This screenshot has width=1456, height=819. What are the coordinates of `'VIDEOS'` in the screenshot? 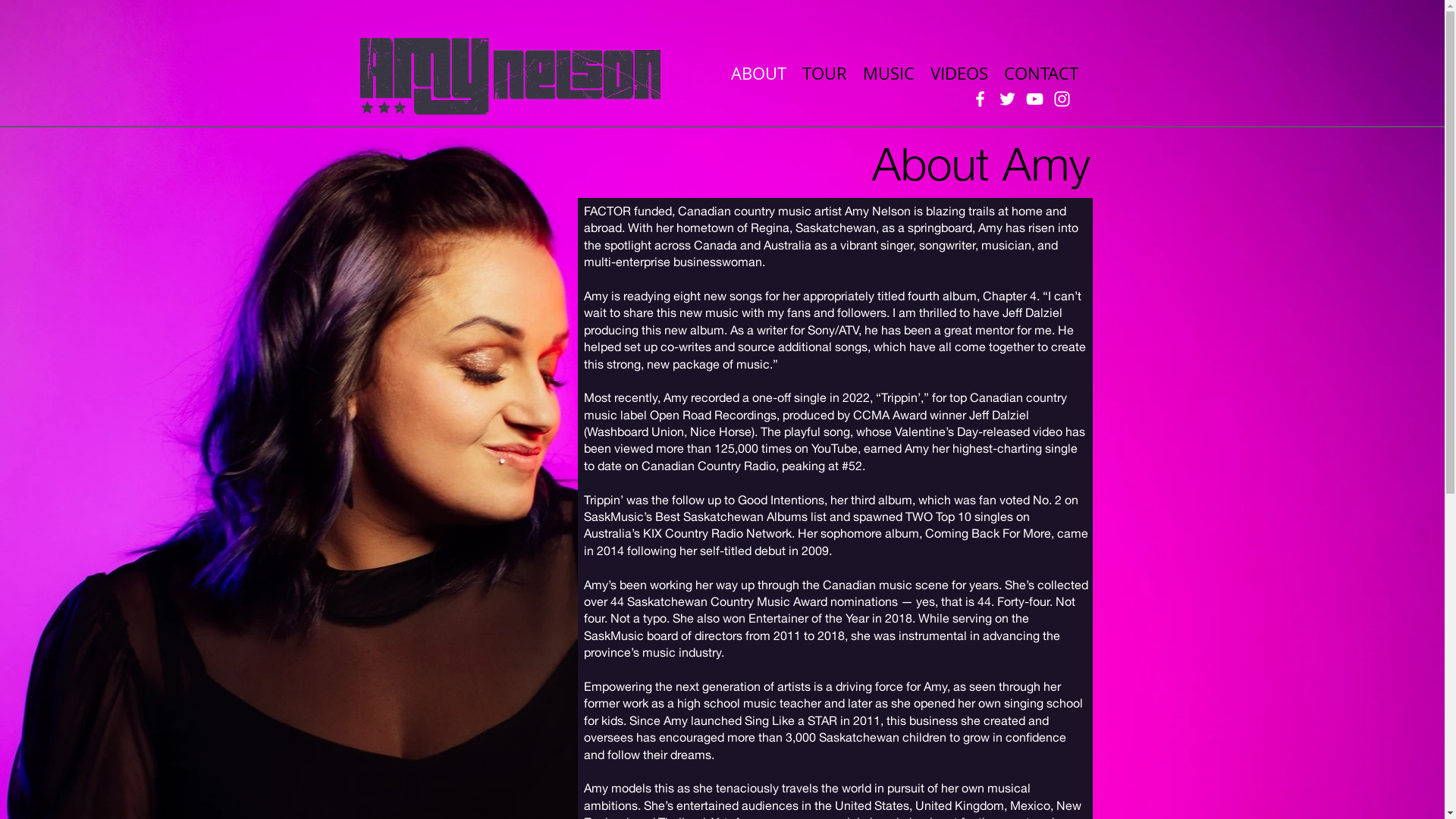 It's located at (957, 72).